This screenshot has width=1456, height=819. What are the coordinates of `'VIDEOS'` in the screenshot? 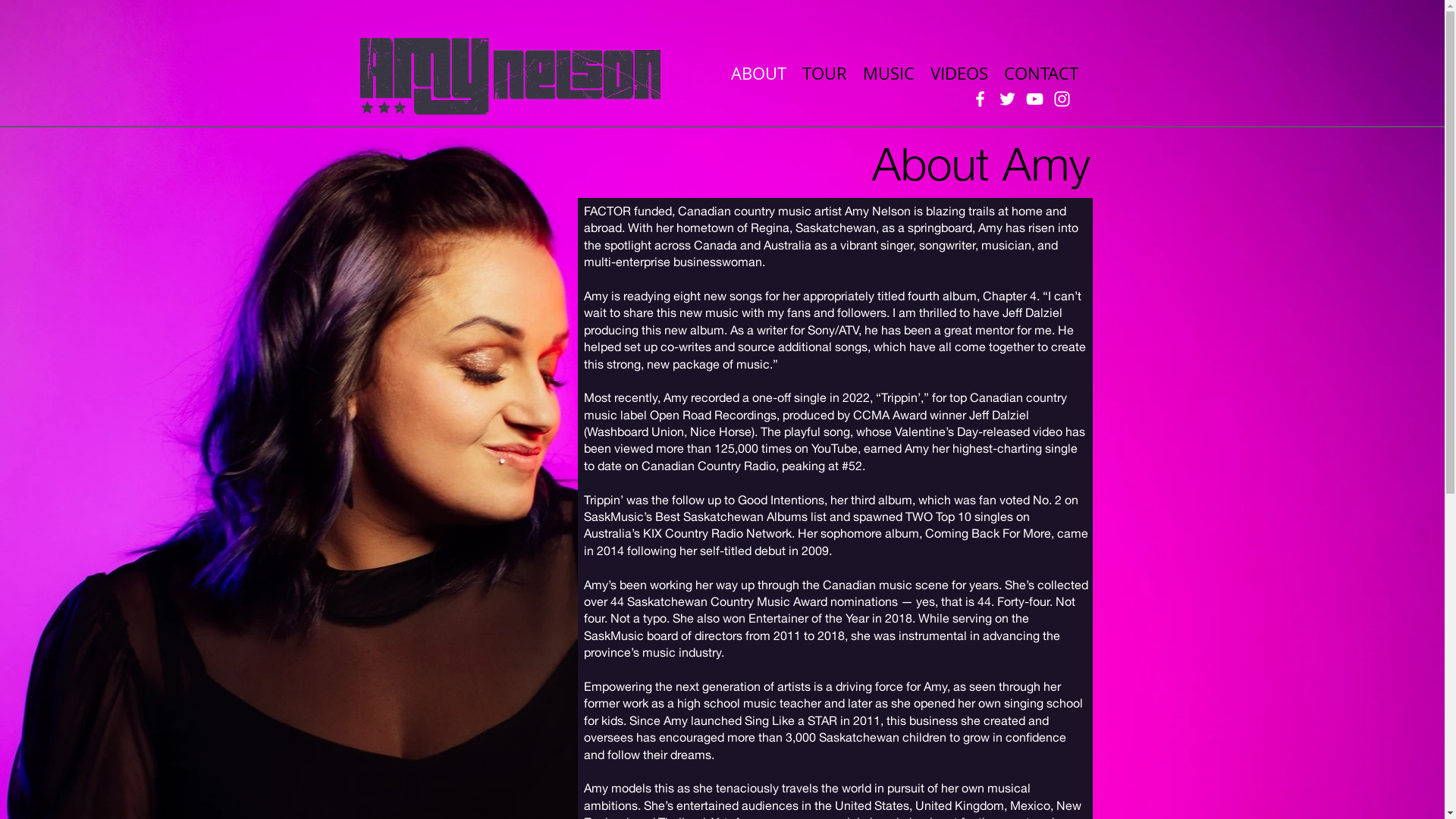 It's located at (957, 72).